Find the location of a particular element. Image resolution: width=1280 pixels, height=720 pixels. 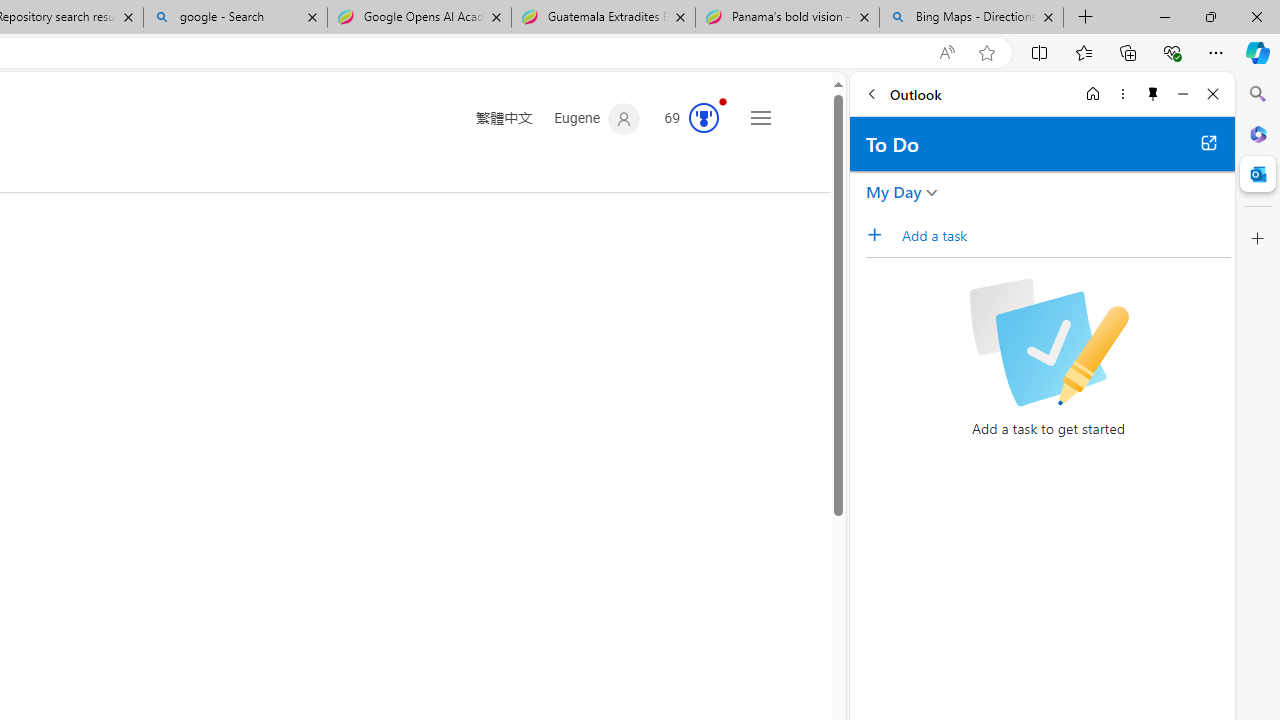

'Microsoft 365' is located at coordinates (1257, 133).